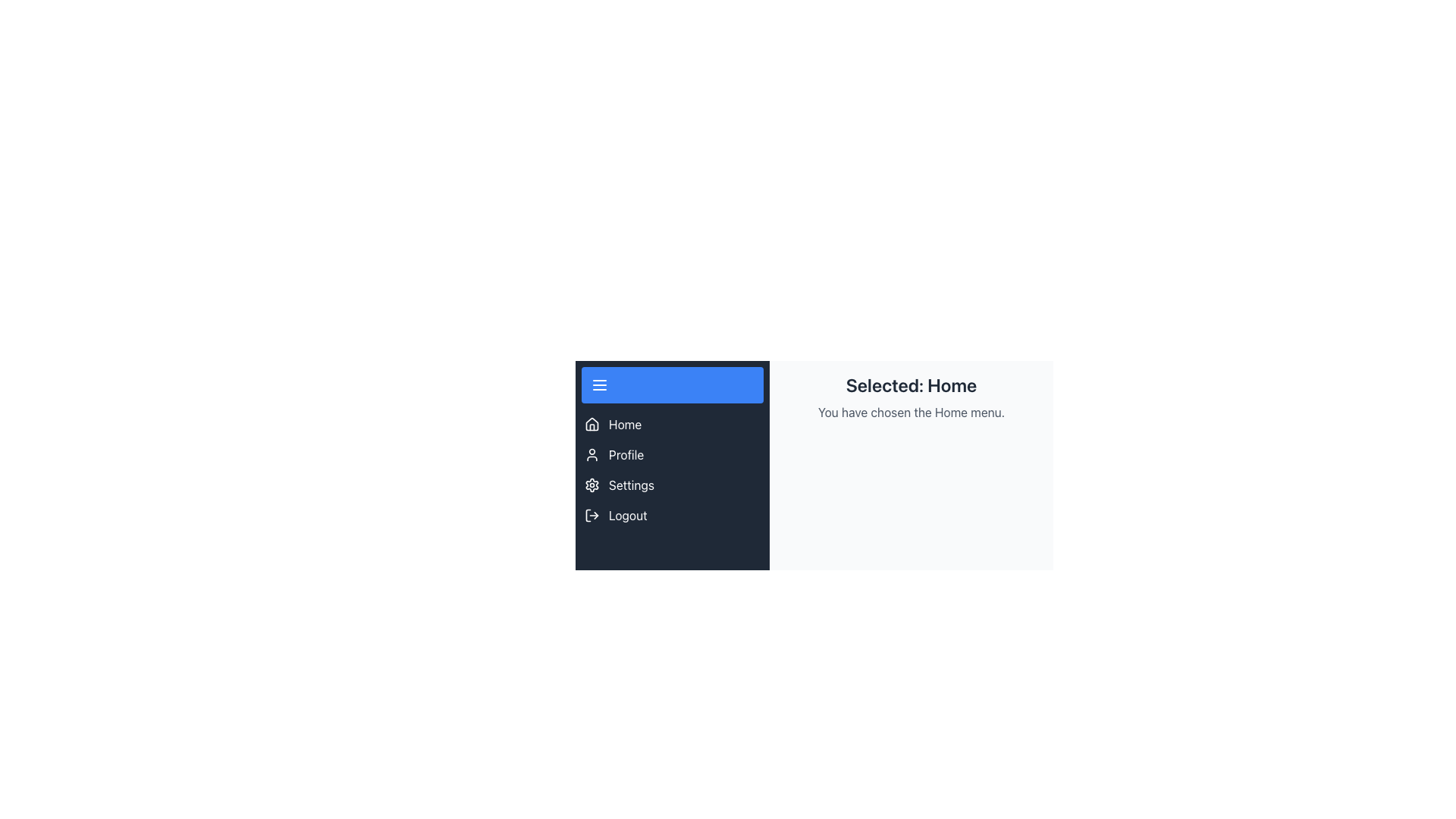  I want to click on the gear icon in the left-hand navigation menu, so click(591, 485).